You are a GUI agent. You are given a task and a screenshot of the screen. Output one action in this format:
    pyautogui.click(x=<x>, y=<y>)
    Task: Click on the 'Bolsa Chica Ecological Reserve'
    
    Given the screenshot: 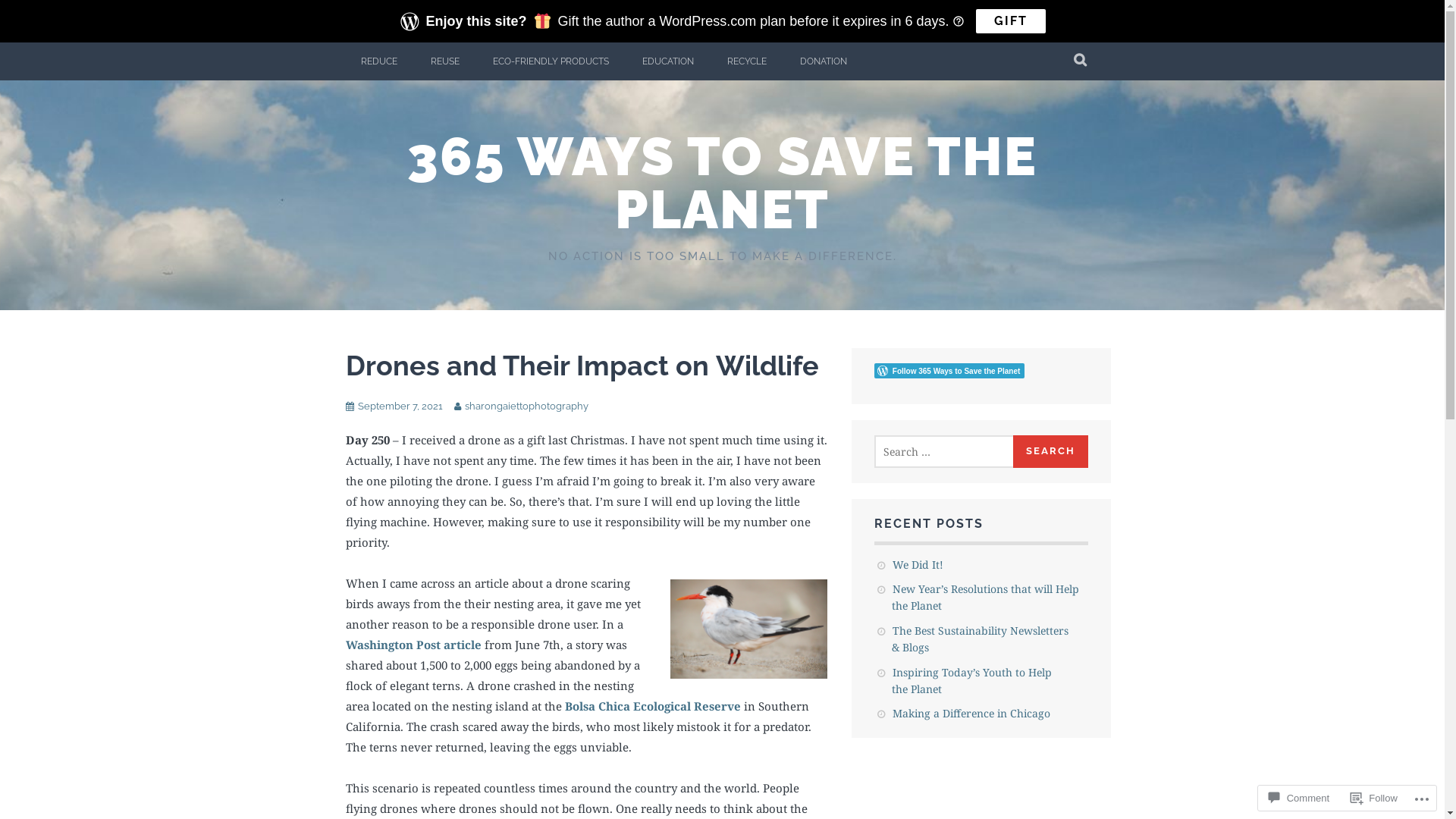 What is the action you would take?
    pyautogui.click(x=563, y=705)
    